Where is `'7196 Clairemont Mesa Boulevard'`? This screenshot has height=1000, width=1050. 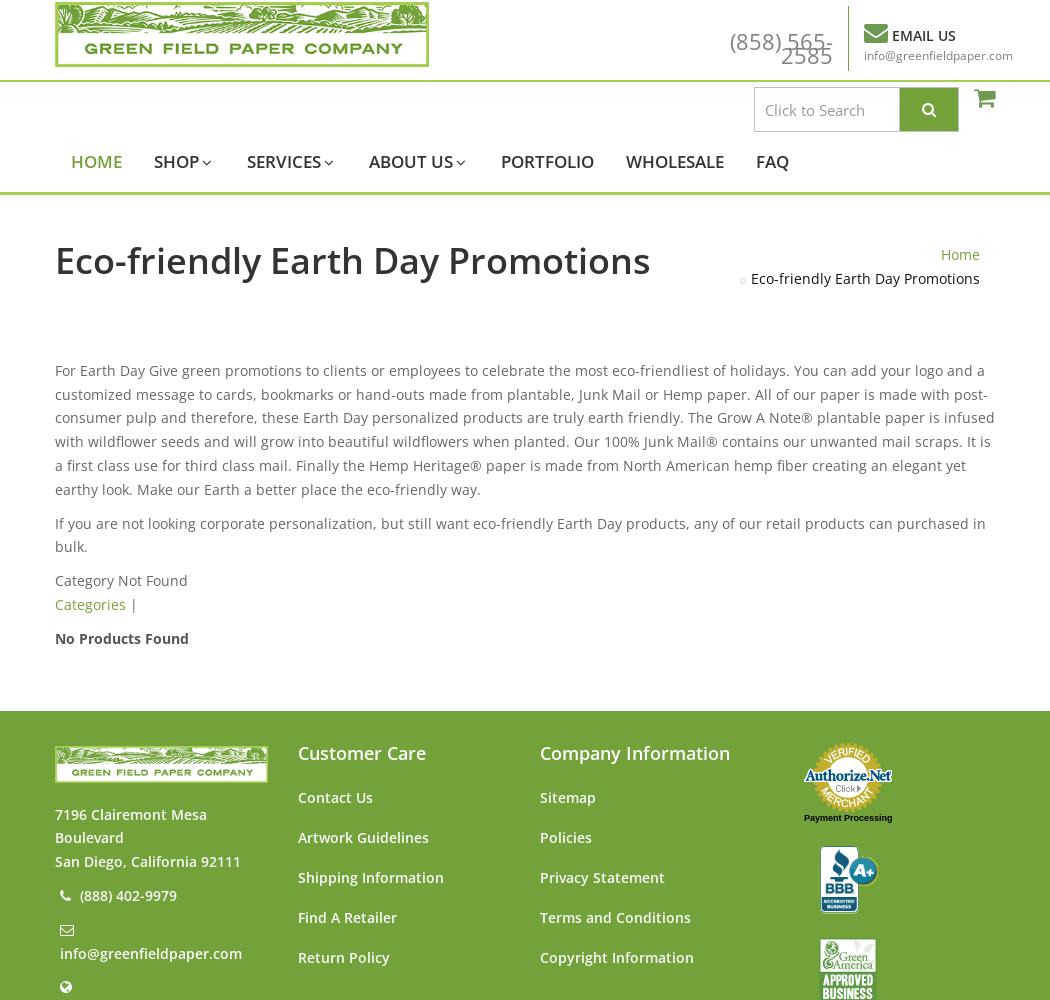 '7196 Clairemont Mesa Boulevard' is located at coordinates (130, 824).